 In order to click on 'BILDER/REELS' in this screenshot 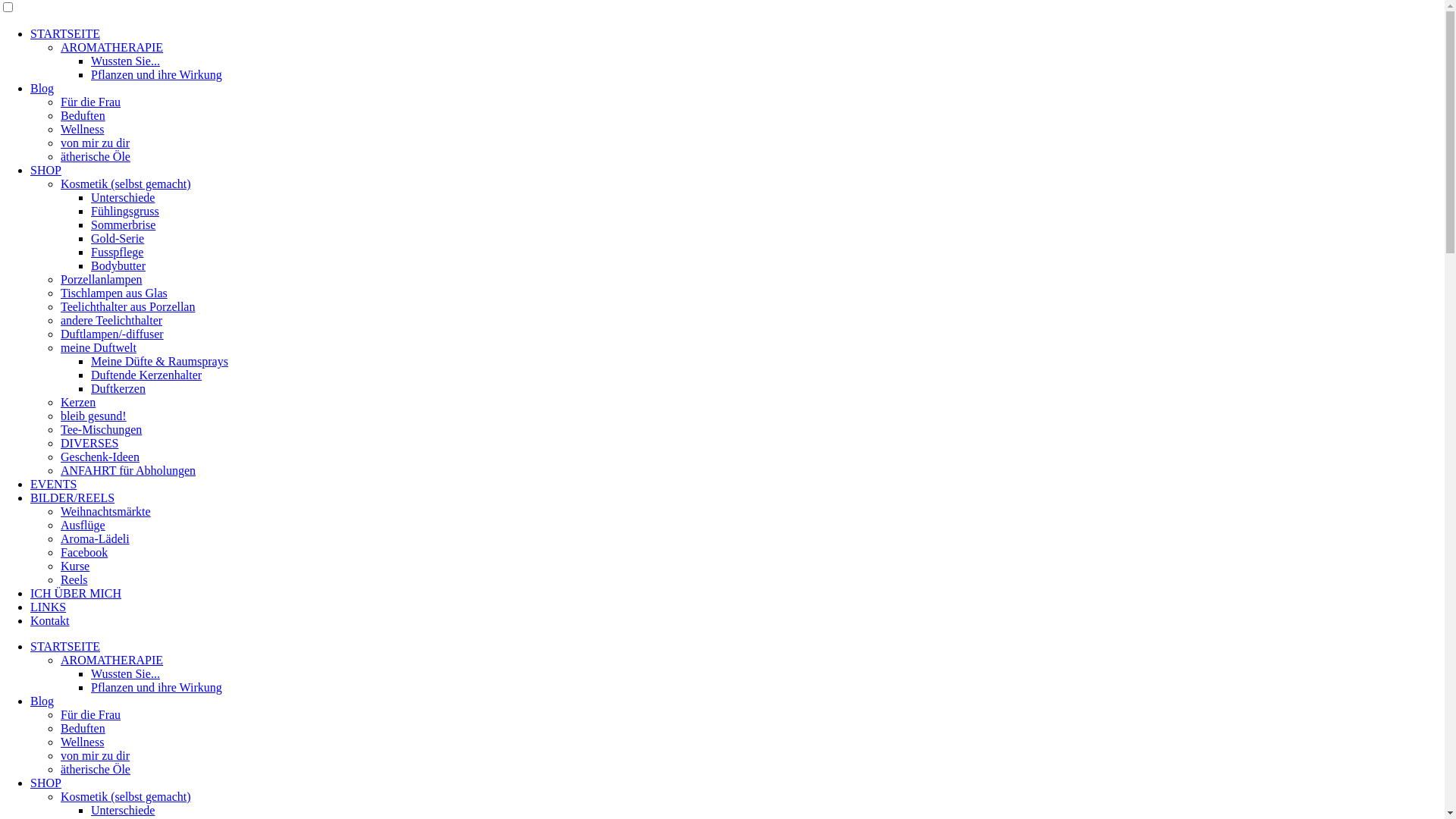, I will do `click(71, 497)`.